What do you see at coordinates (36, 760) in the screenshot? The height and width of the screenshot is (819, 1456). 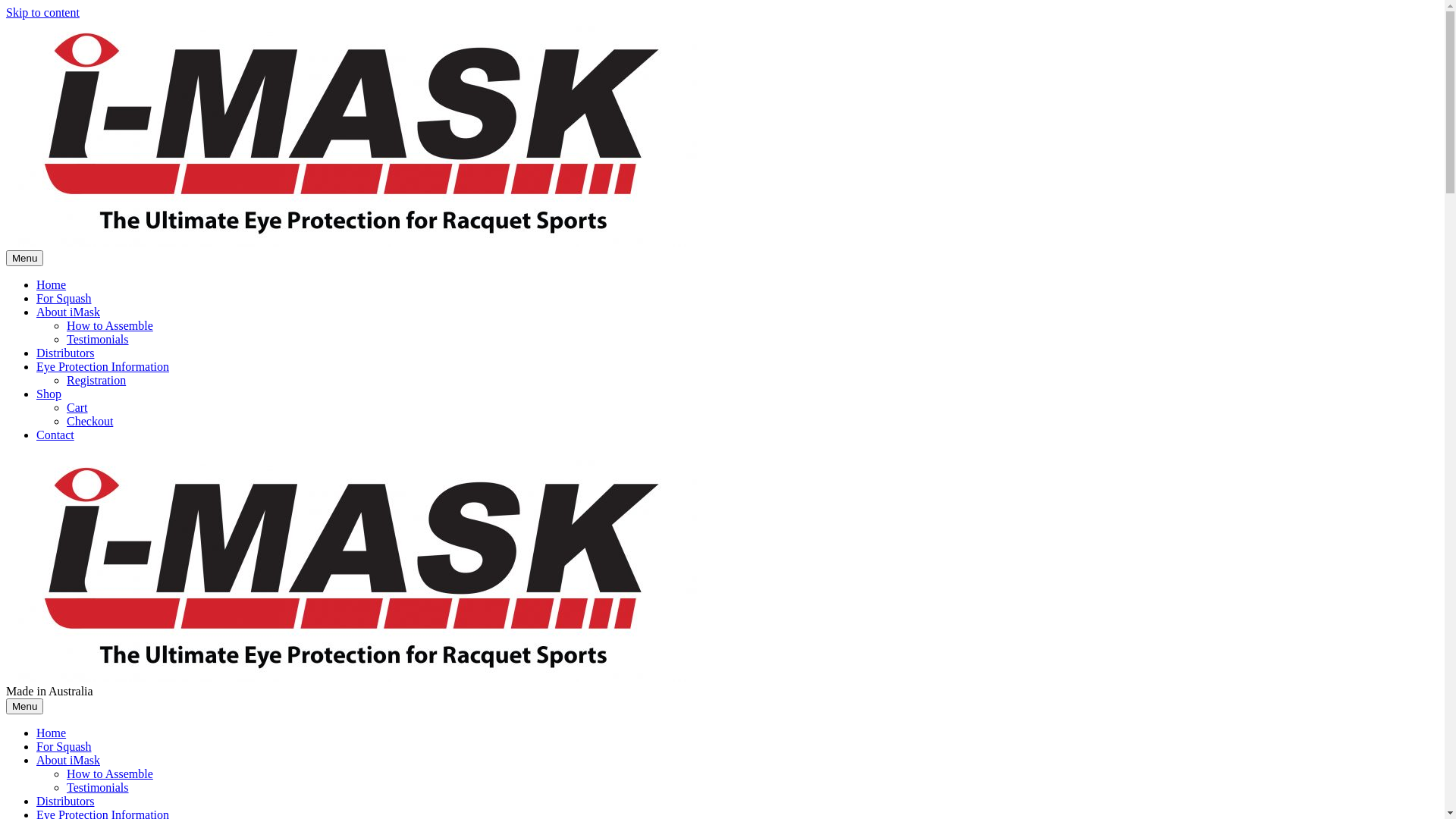 I see `'About iMask'` at bounding box center [36, 760].